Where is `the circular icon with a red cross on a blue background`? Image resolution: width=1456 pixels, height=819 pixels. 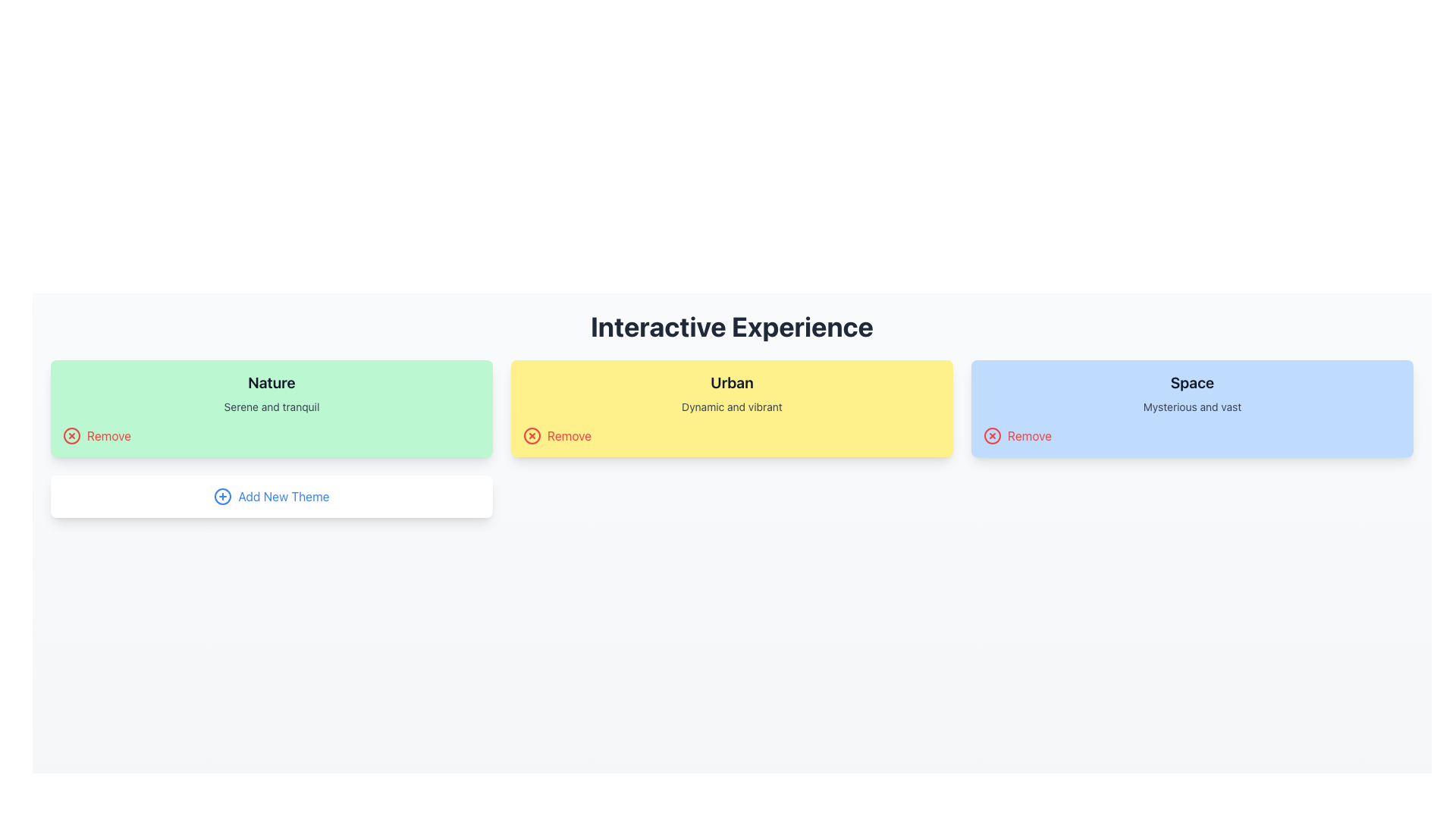 the circular icon with a red cross on a blue background is located at coordinates (993, 435).